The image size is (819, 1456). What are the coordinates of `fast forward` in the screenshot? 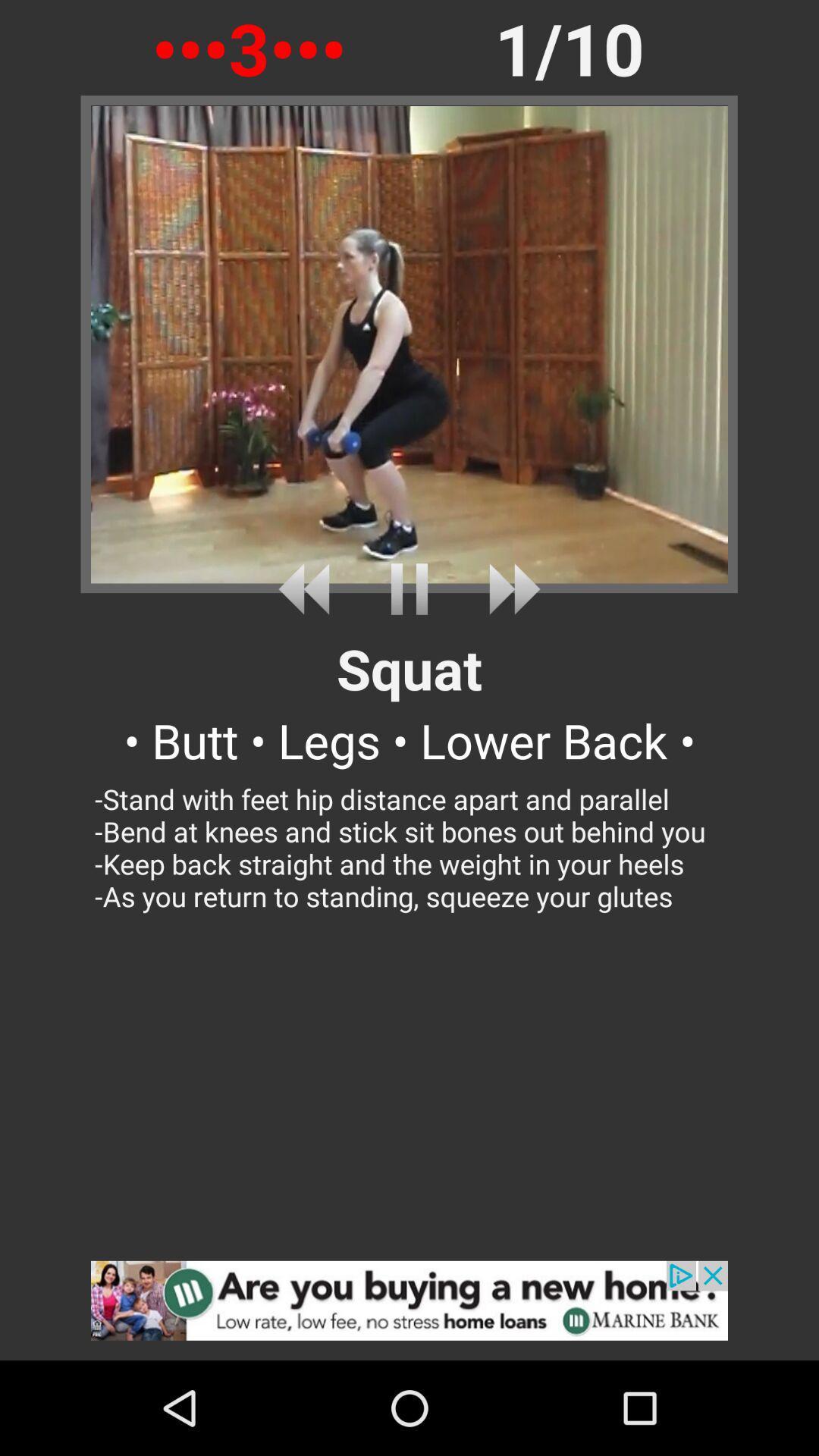 It's located at (509, 588).